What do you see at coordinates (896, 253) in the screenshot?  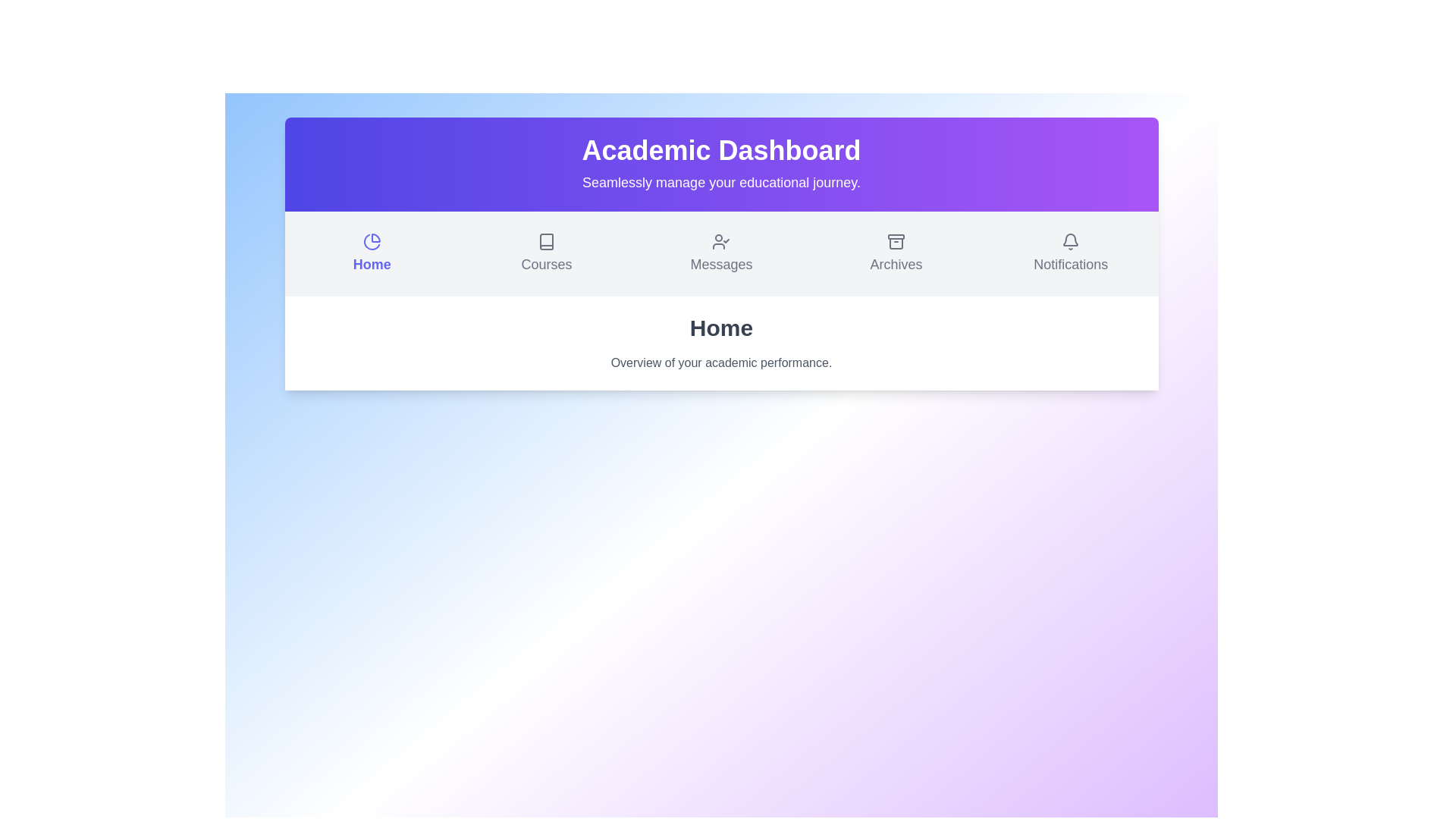 I see `the Archives section from the menu` at bounding box center [896, 253].